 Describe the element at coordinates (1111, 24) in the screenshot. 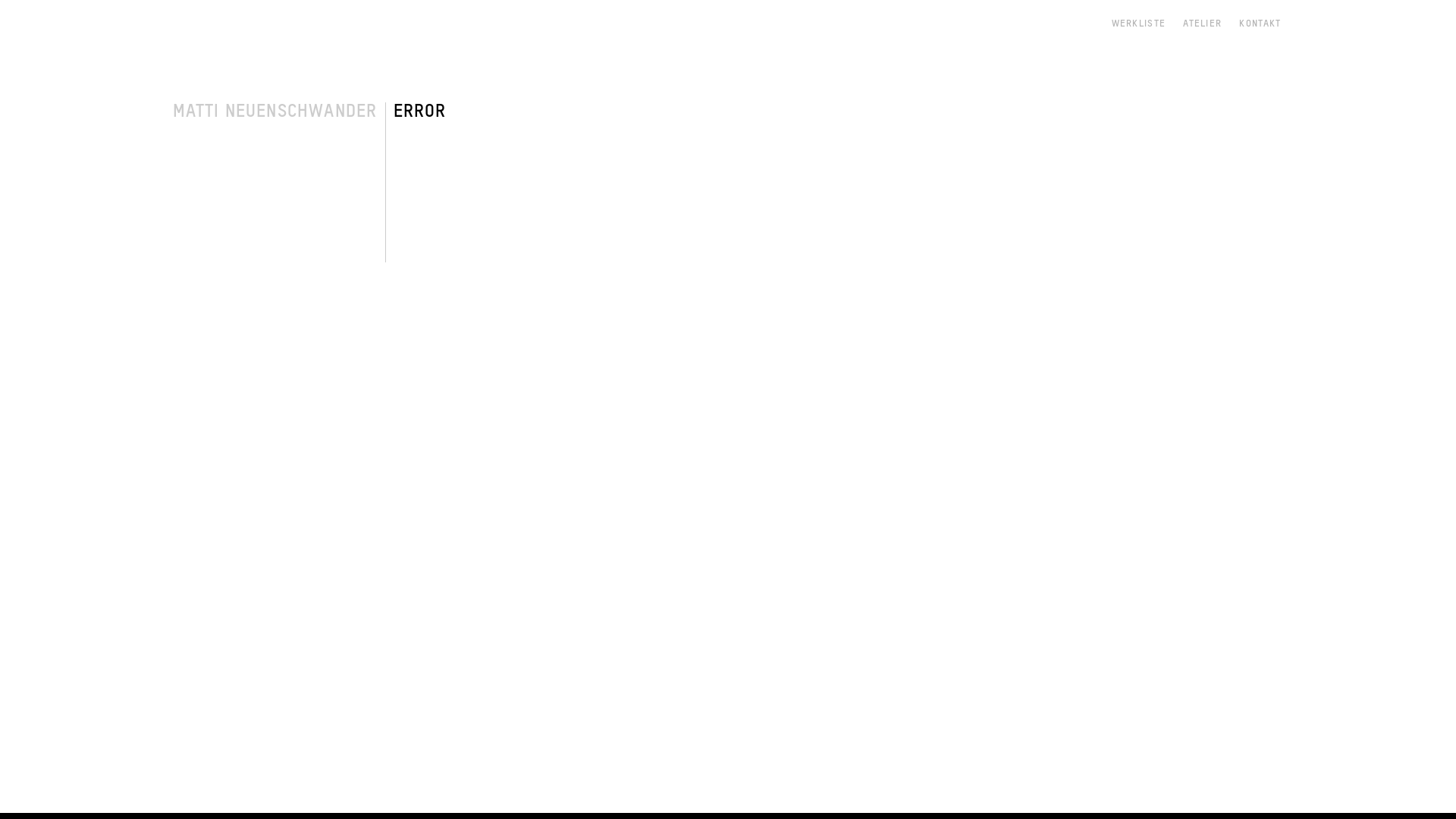

I see `'WERKLISTE'` at that location.